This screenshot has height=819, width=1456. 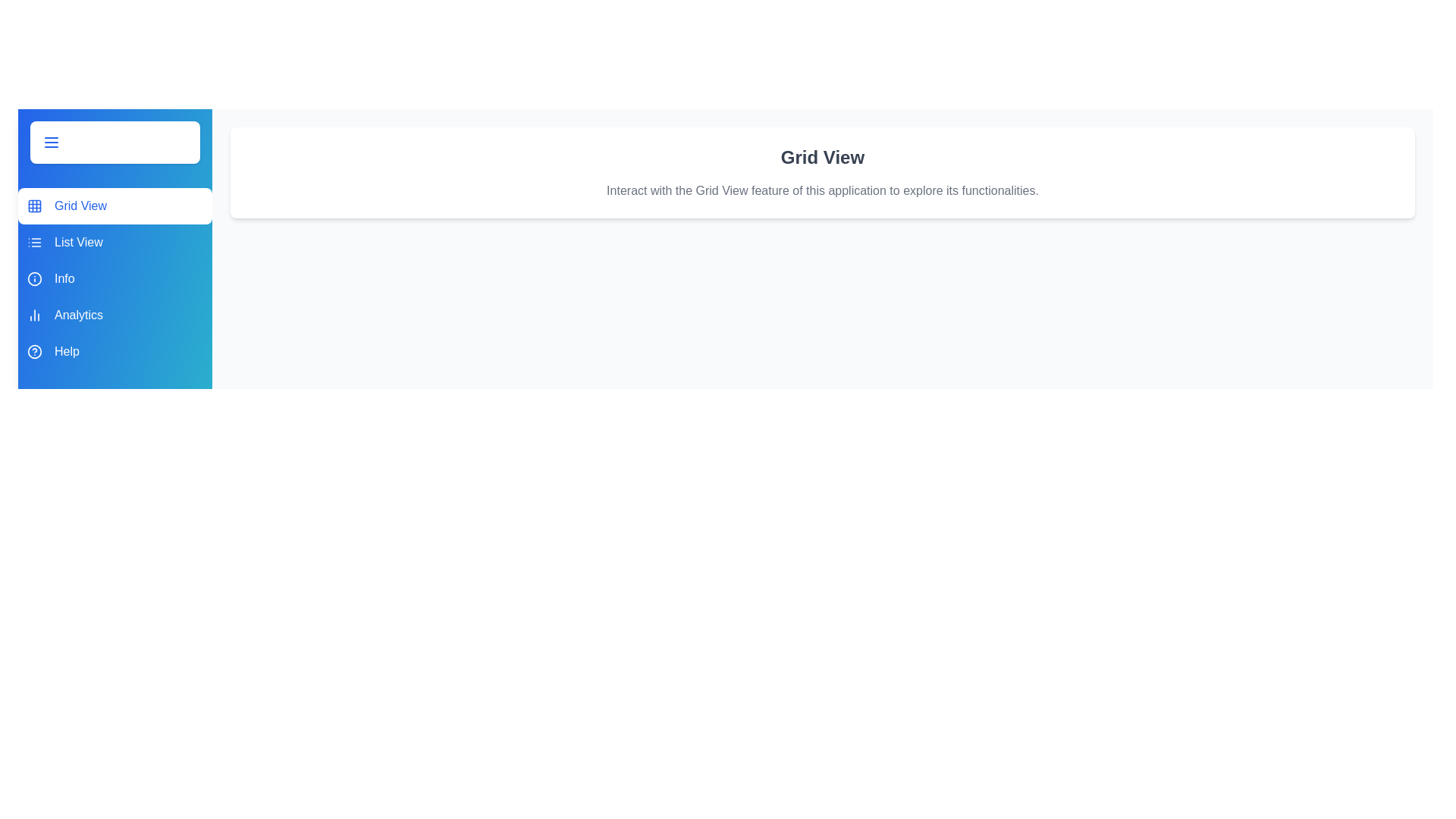 What do you see at coordinates (115, 351) in the screenshot?
I see `the sidebar menu item labeled Help` at bounding box center [115, 351].